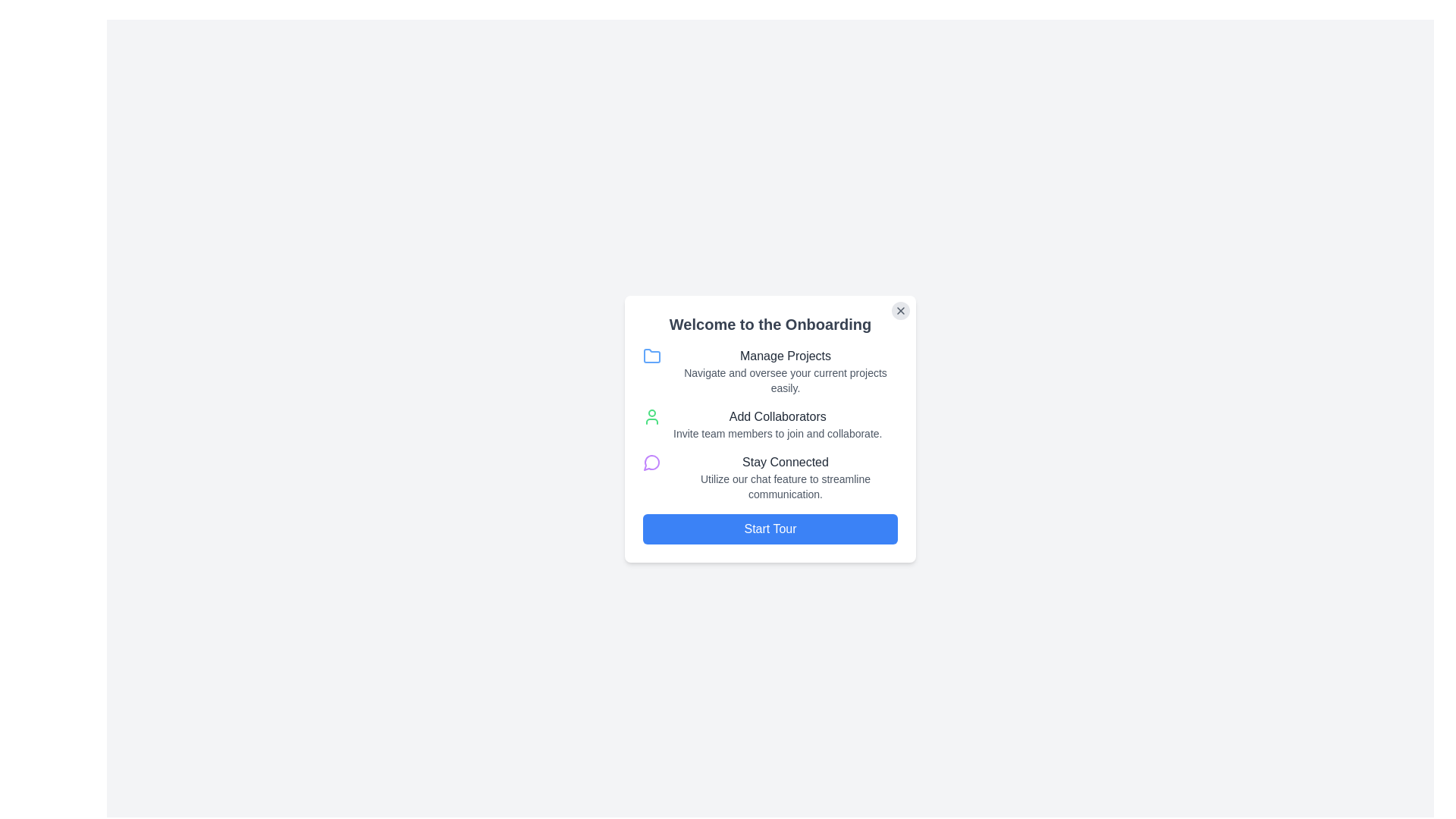 The image size is (1456, 819). I want to click on the 'Add Collaborators' informational section, so click(770, 424).